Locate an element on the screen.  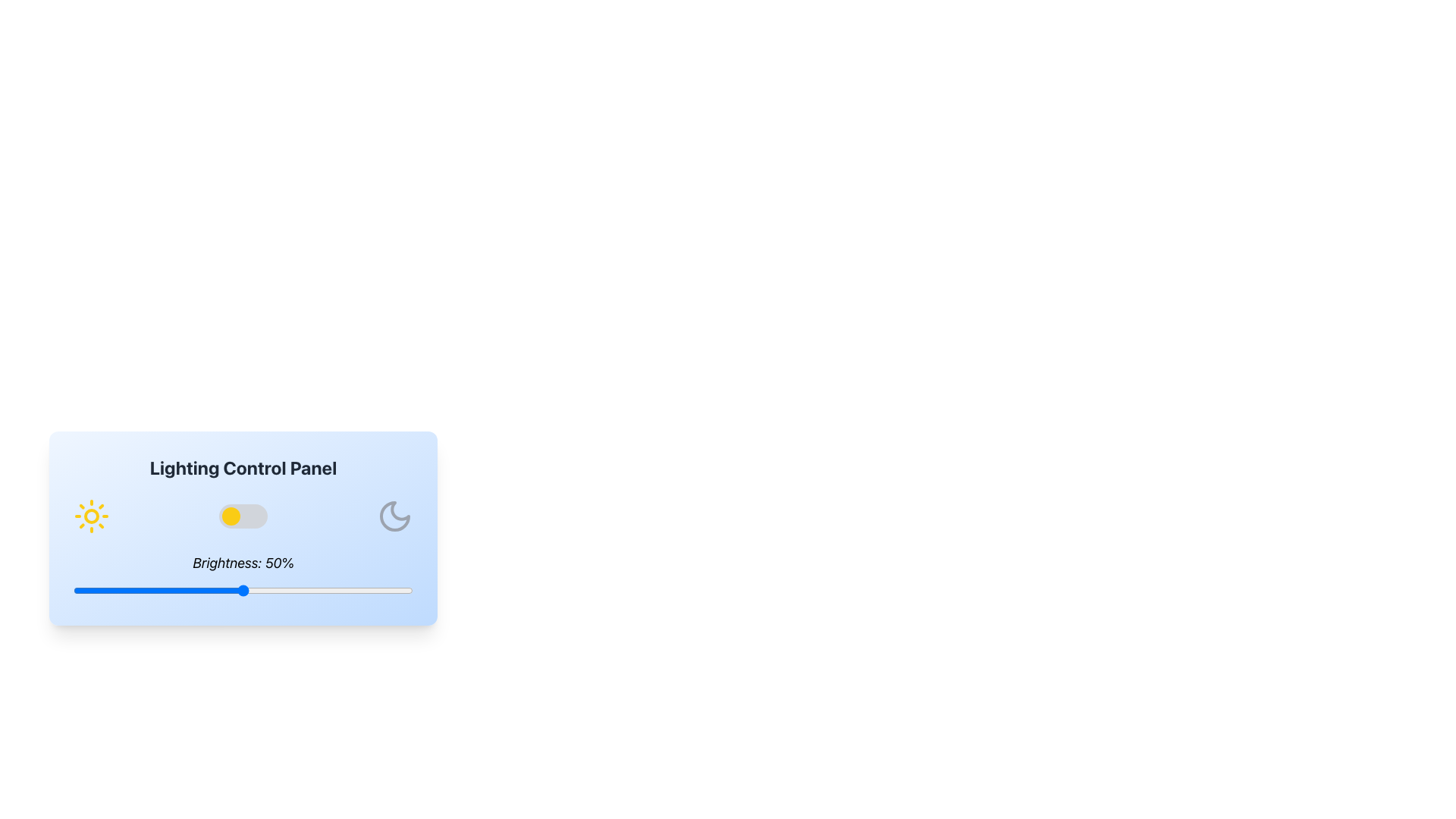
the brightness is located at coordinates (406, 590).